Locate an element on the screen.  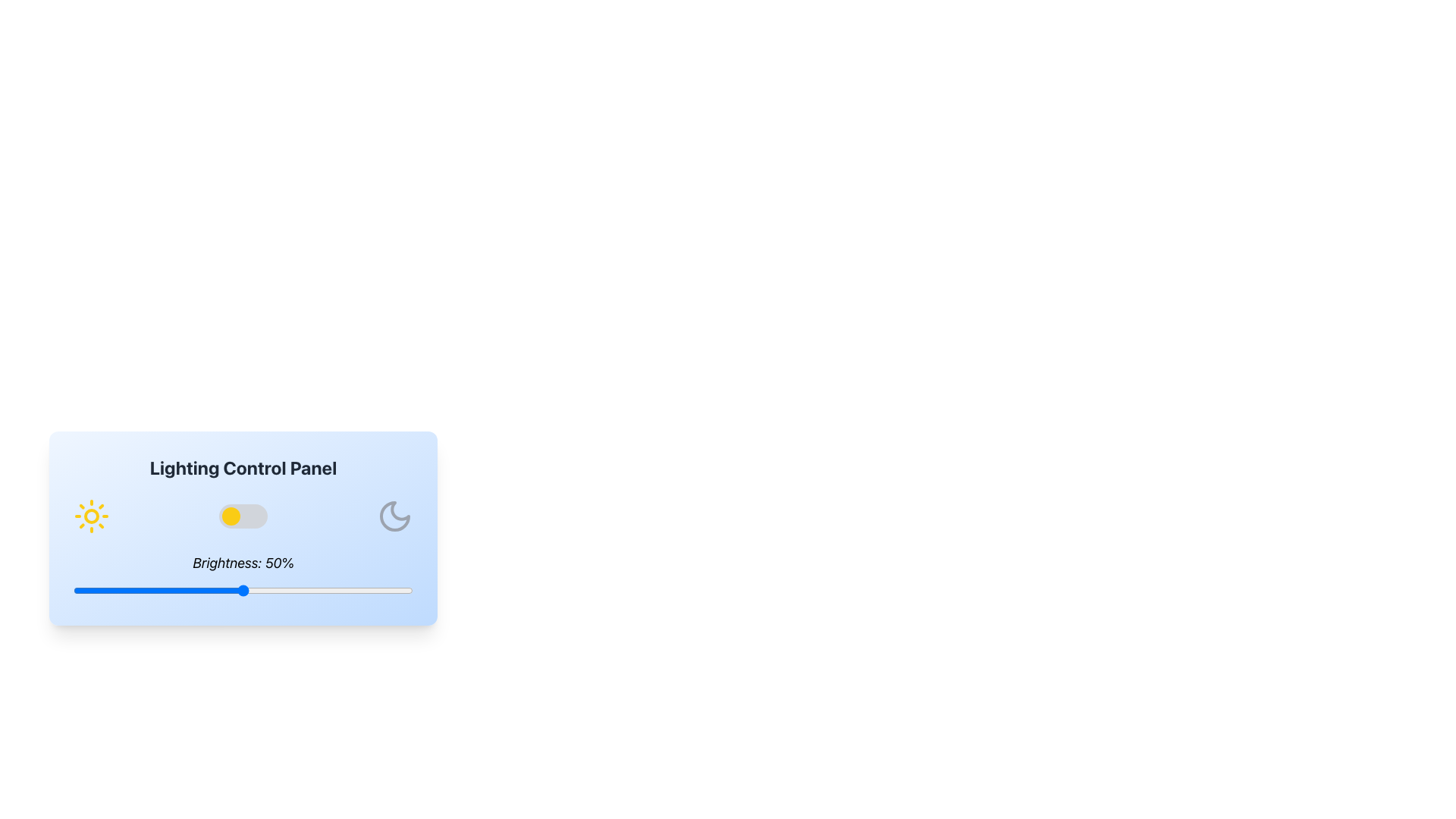
the brightness is located at coordinates (406, 590).